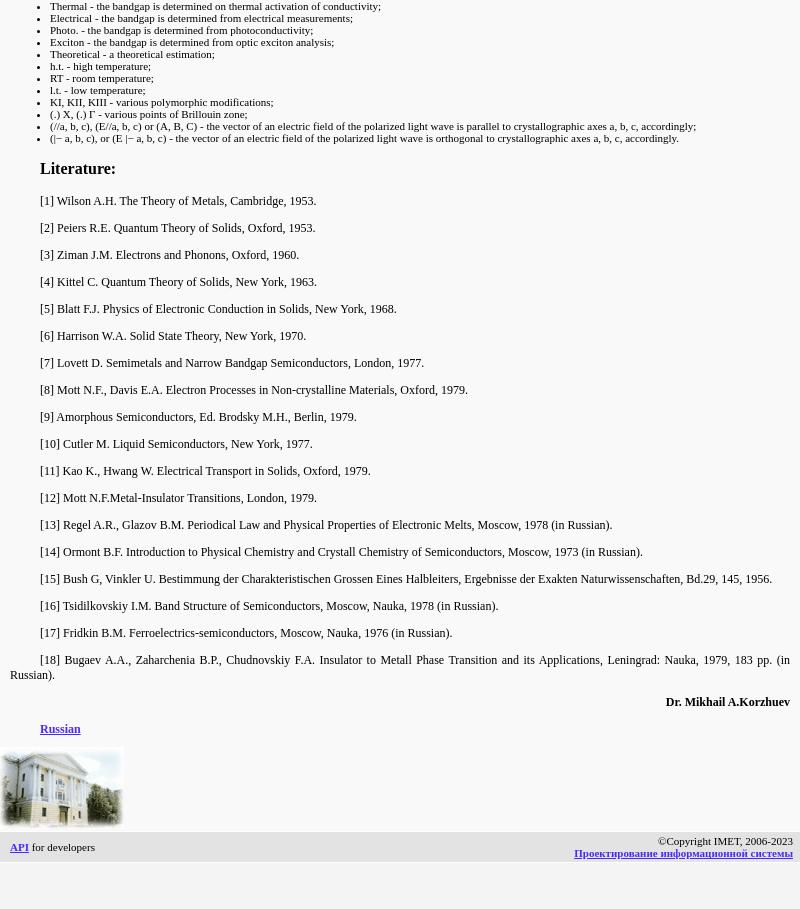 This screenshot has height=909, width=800. What do you see at coordinates (269, 606) in the screenshot?
I see `'[16] Tsidilkovskiy I.M. Band Structure of Semiconductors, Moscow, Nauka, 1978 (in Russian).'` at bounding box center [269, 606].